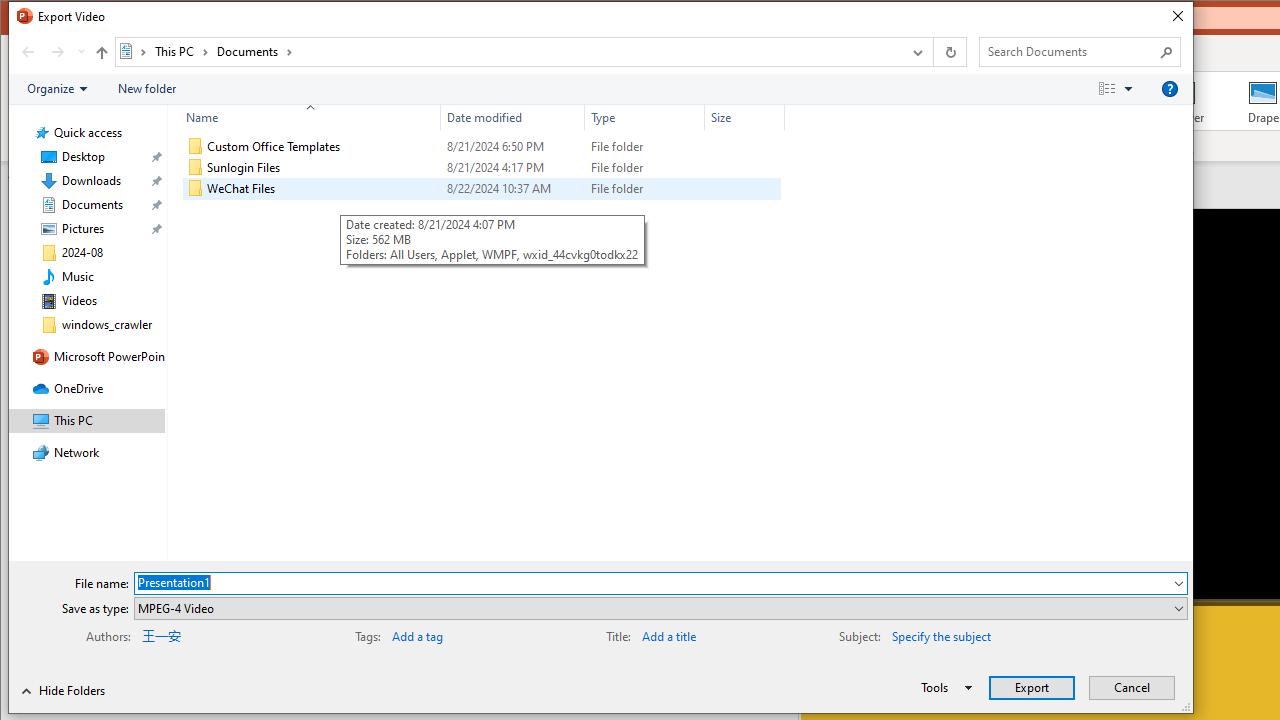  I want to click on 'Tools', so click(942, 686).